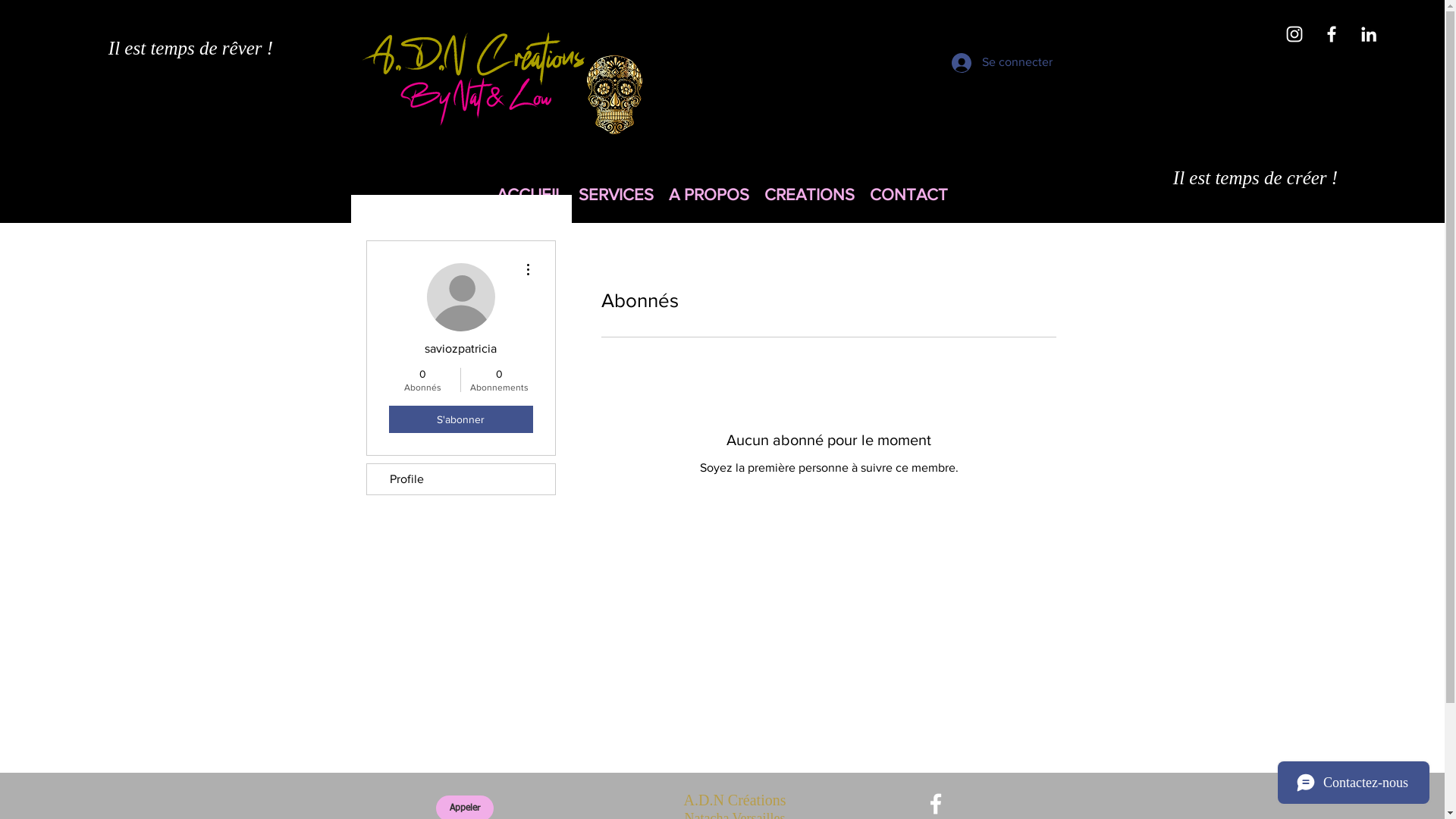  What do you see at coordinates (862, 193) in the screenshot?
I see `'CONTACT'` at bounding box center [862, 193].